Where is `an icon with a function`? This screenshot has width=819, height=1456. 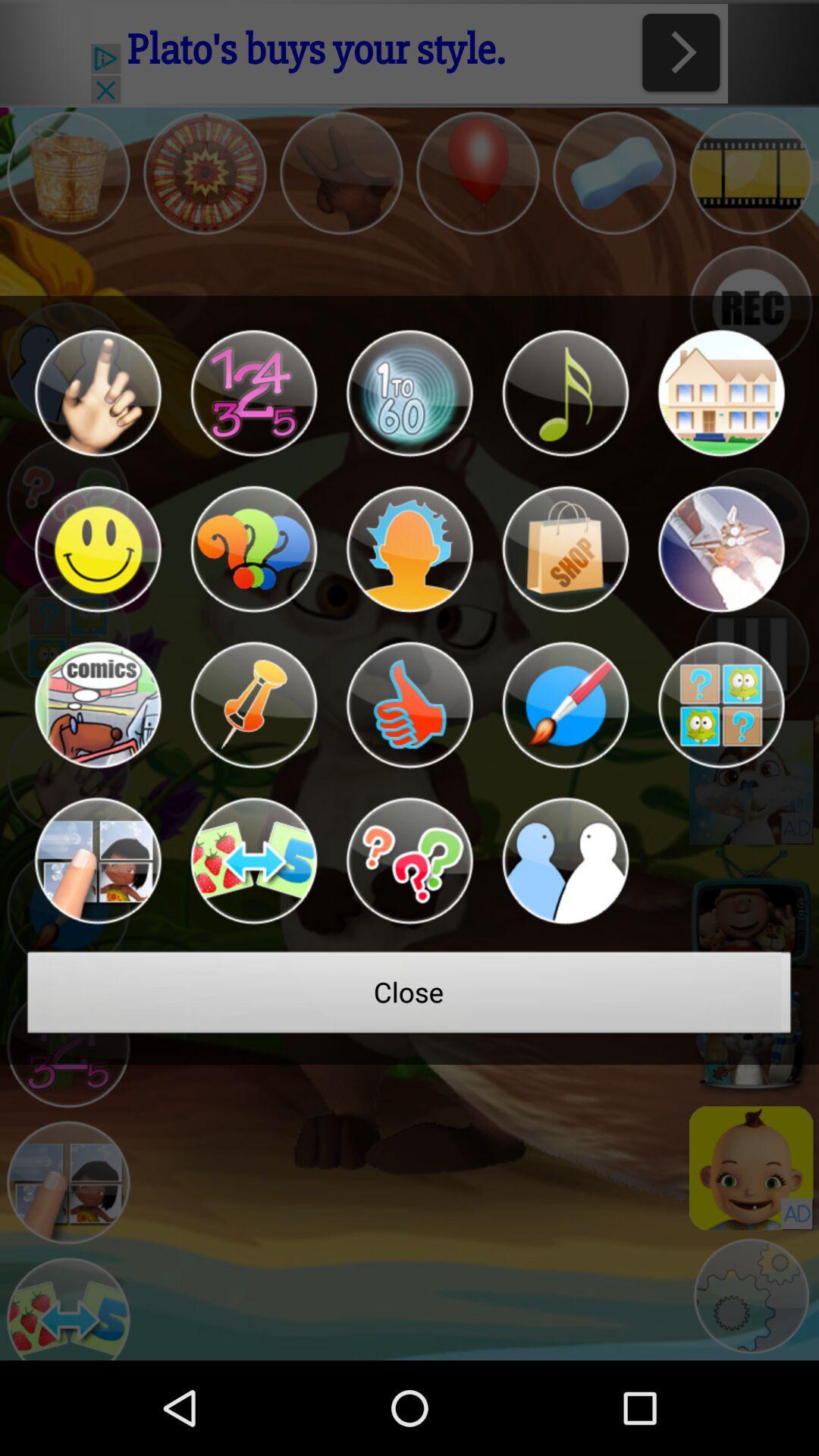
an icon with a function is located at coordinates (720, 393).